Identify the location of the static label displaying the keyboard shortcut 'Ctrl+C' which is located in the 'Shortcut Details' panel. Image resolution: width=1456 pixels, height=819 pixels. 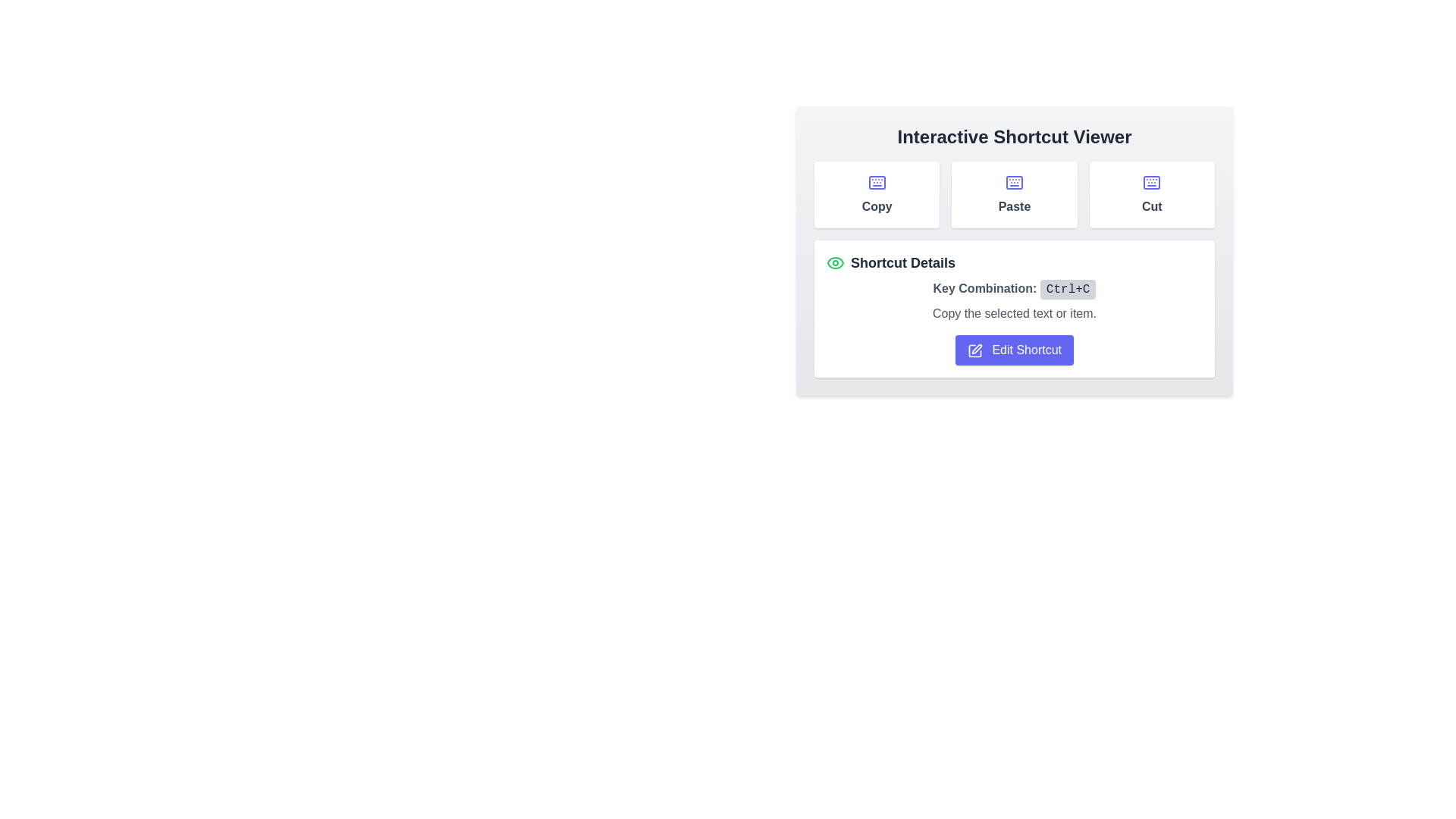
(1015, 289).